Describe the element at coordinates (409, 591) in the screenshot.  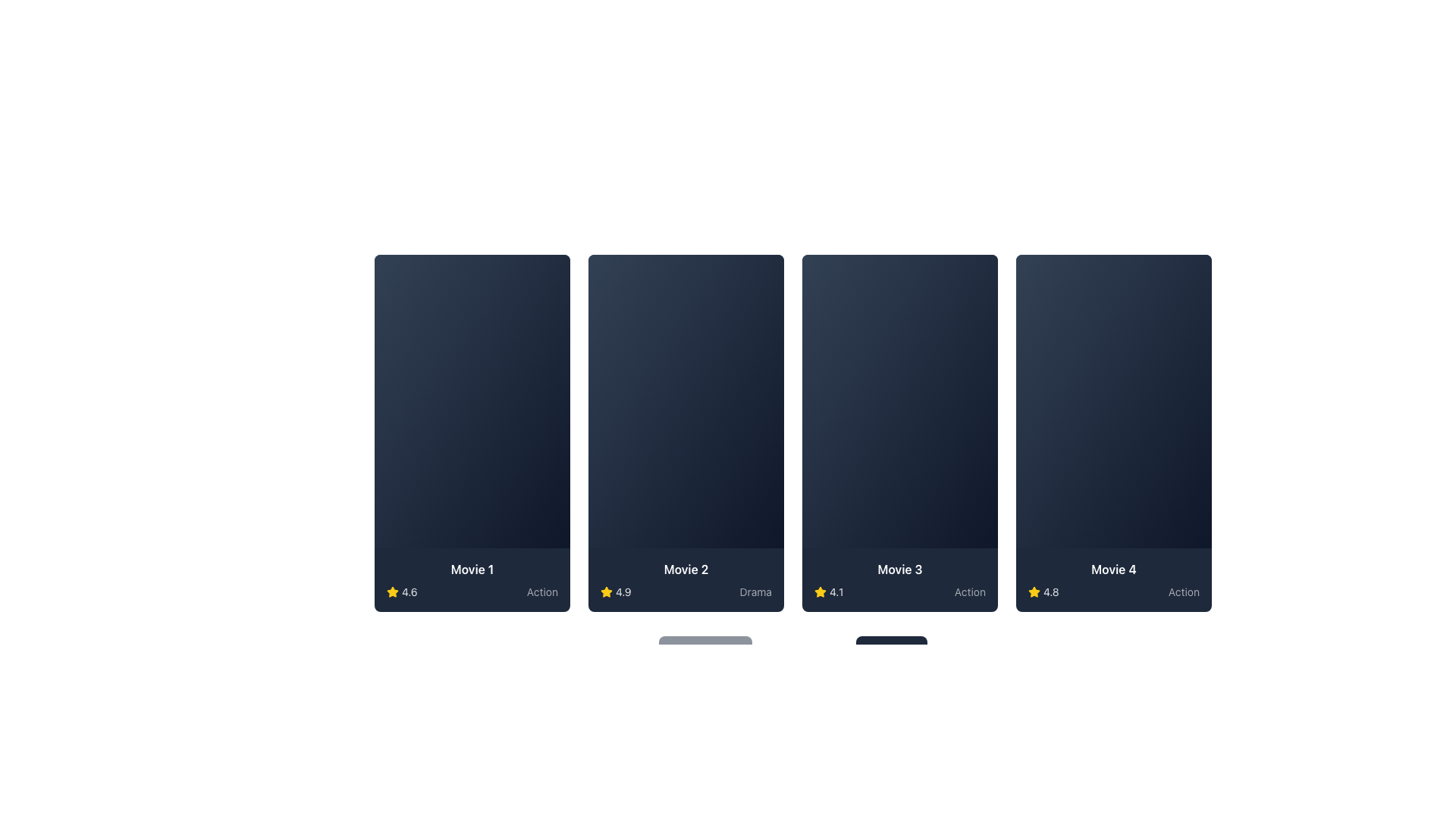
I see `the text label displaying the rating value '4.6', which is located to the right of a yellow star icon in the bottom left corner of the card for 'Movie 1'` at that location.